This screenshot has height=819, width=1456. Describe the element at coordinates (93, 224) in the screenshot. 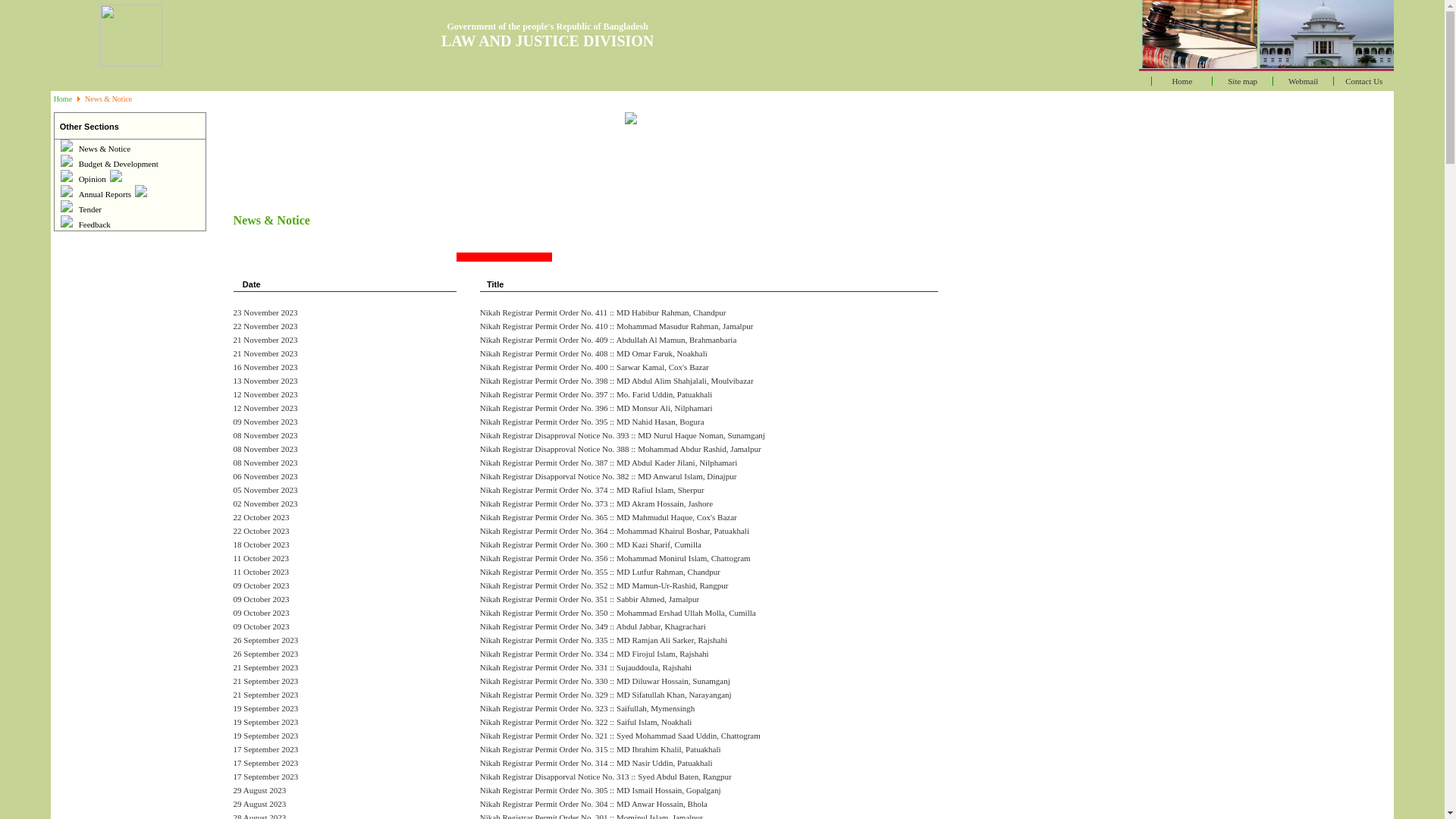

I see `'Feedback'` at that location.